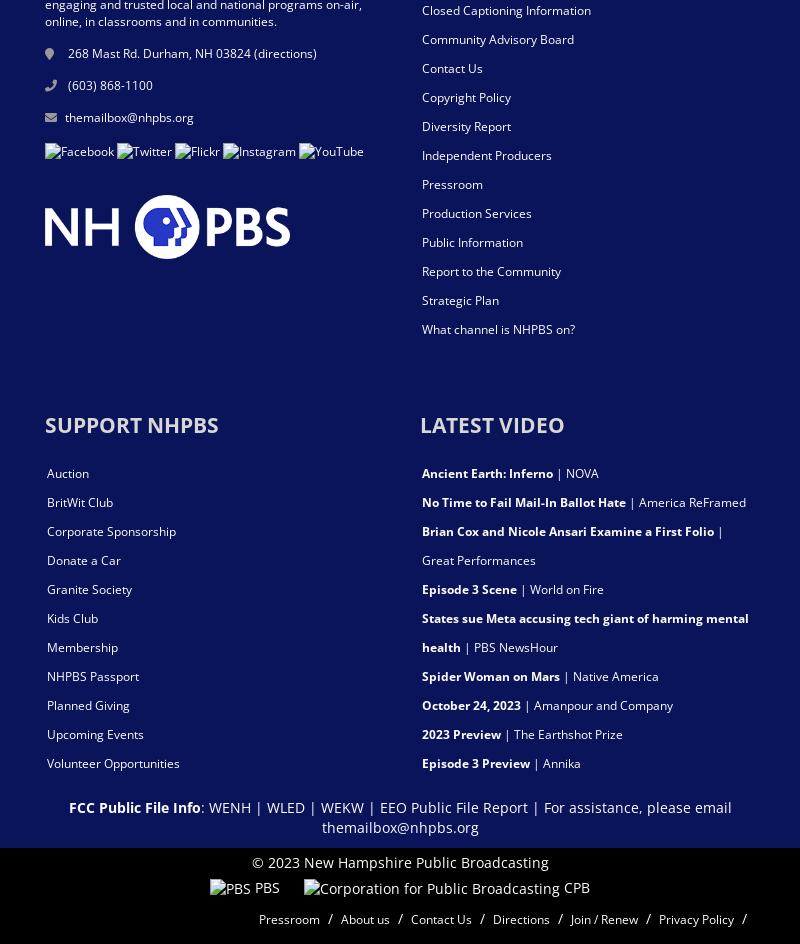  Describe the element at coordinates (508, 646) in the screenshot. I see `'| 
				PBS NewsHour'` at that location.